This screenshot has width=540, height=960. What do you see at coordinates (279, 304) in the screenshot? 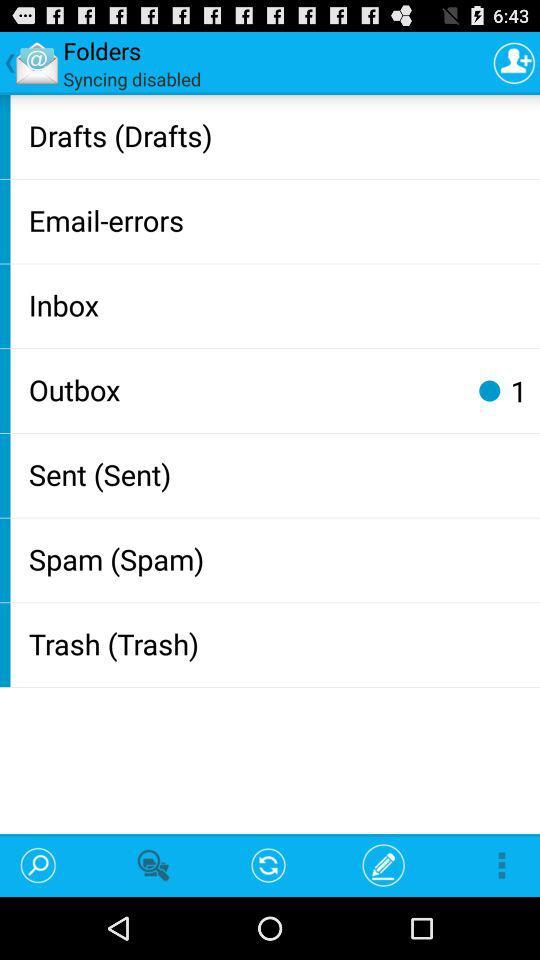
I see `the inbox app` at bounding box center [279, 304].